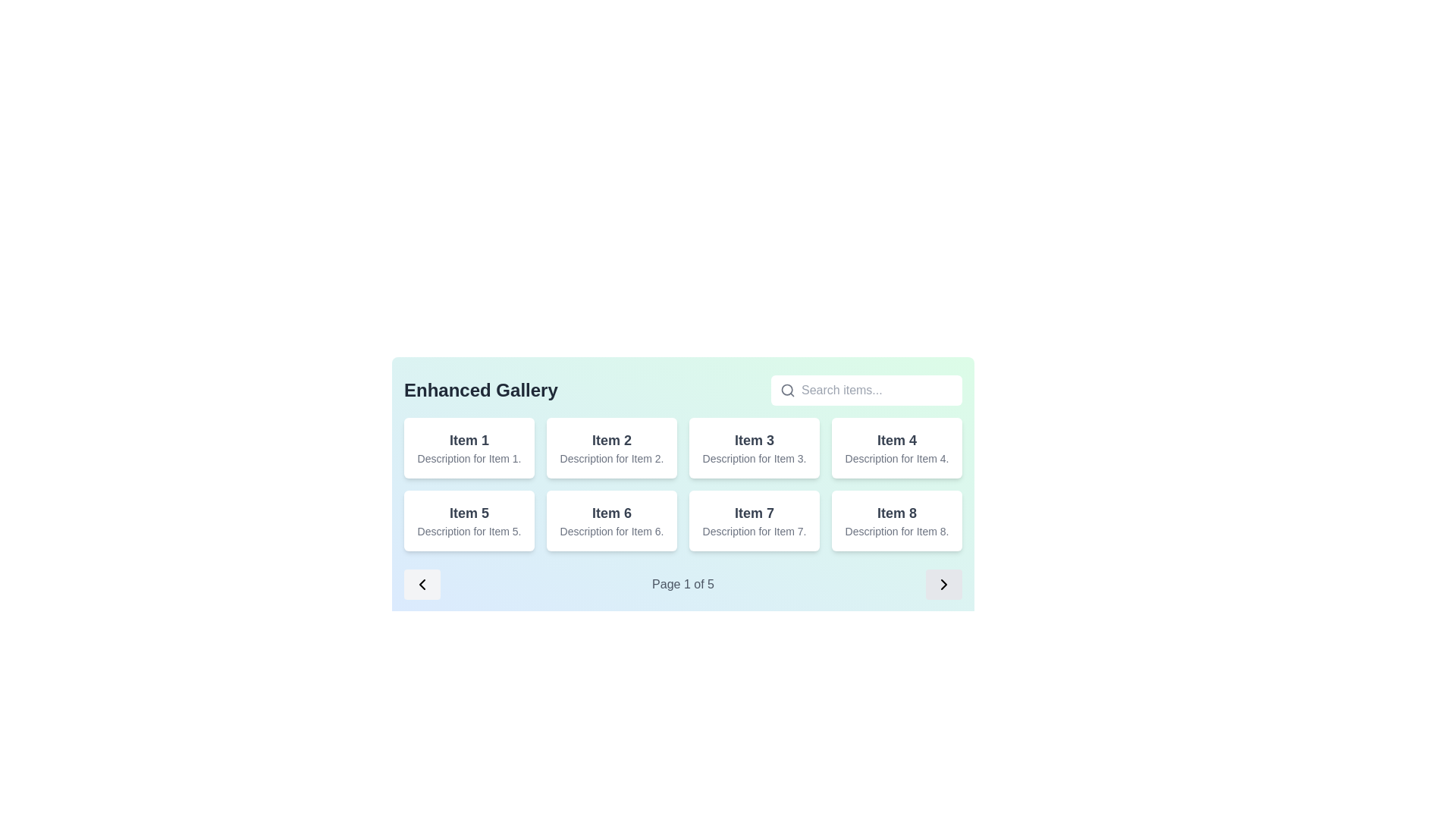  I want to click on text label displaying 'Item 3' located in the third card of the grid layout above the descriptive text 'Description for Item 3.', so click(754, 441).